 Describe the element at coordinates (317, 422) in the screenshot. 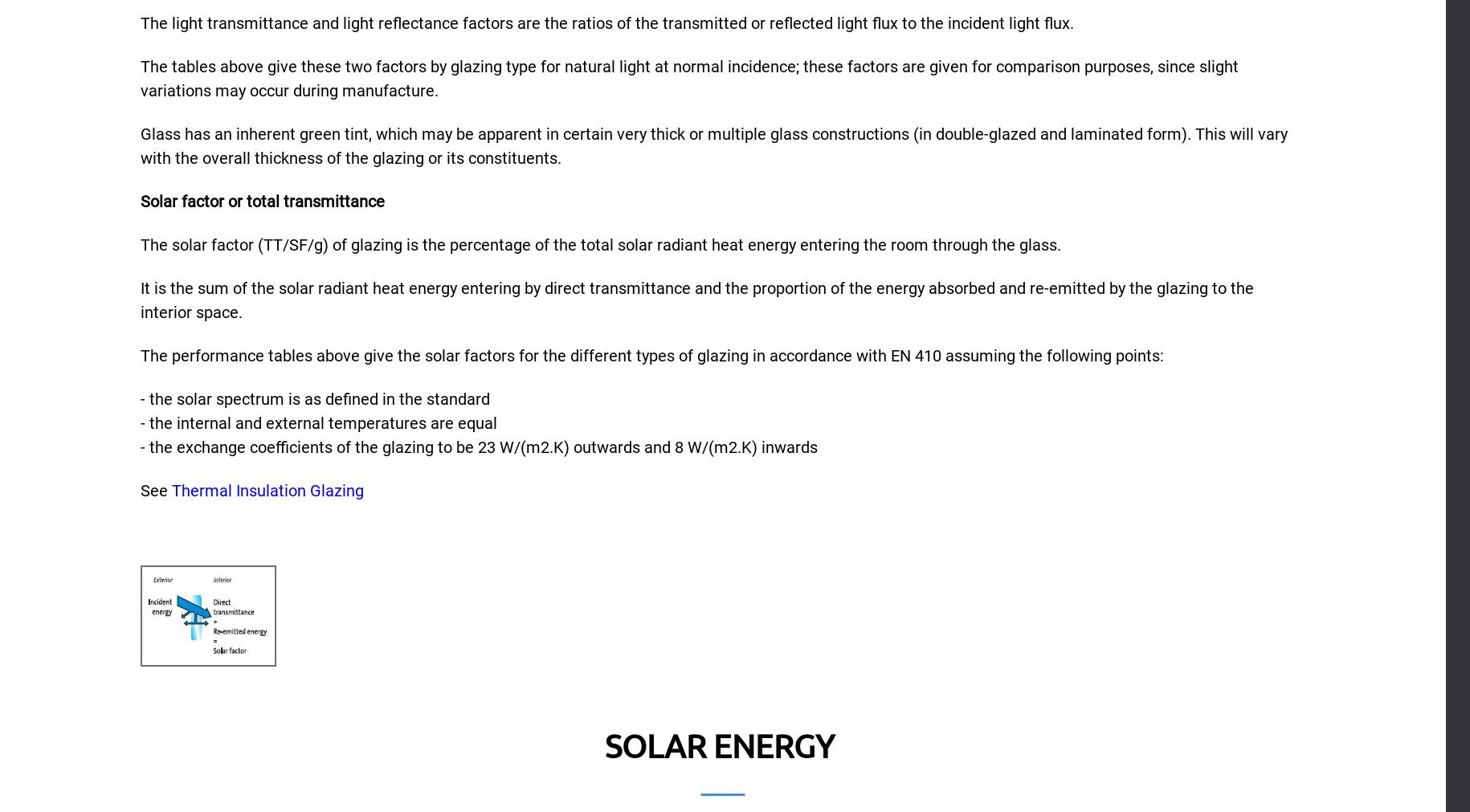

I see `'- the internal and external temperatures are equal'` at that location.